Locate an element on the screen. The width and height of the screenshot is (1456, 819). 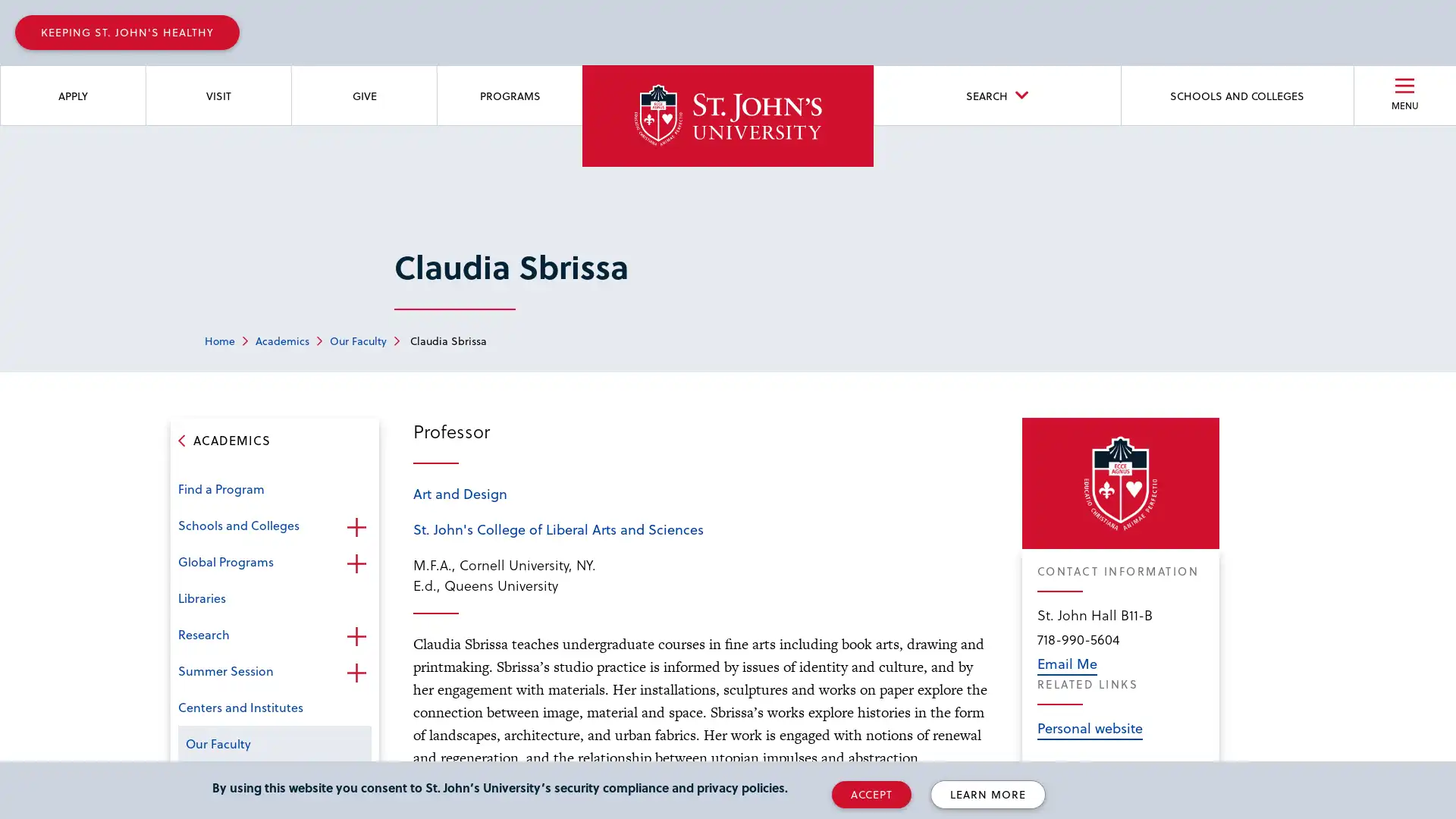
Open the sub-menu is located at coordinates (356, 672).